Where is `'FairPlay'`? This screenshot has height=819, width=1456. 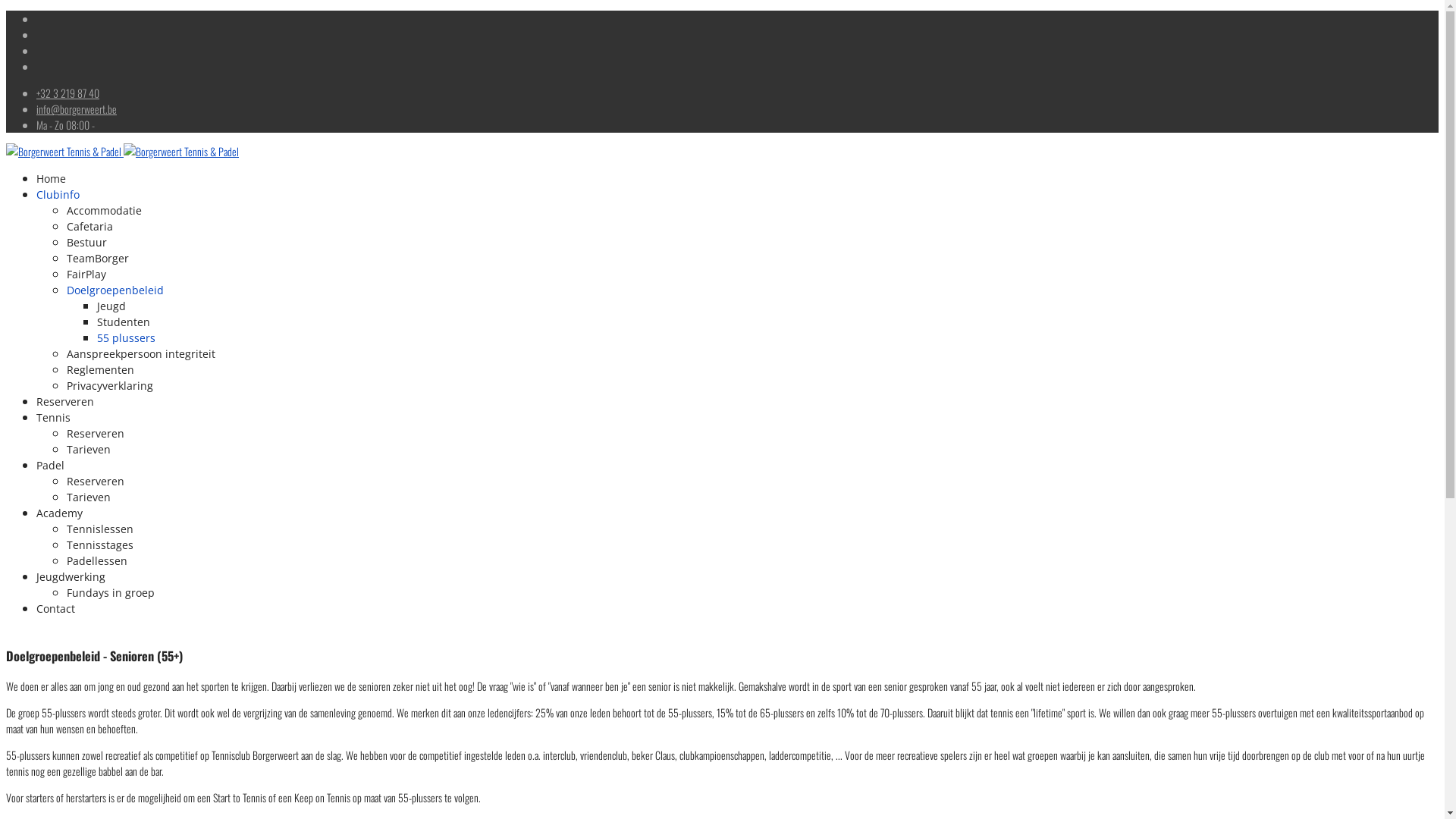 'FairPlay' is located at coordinates (86, 274).